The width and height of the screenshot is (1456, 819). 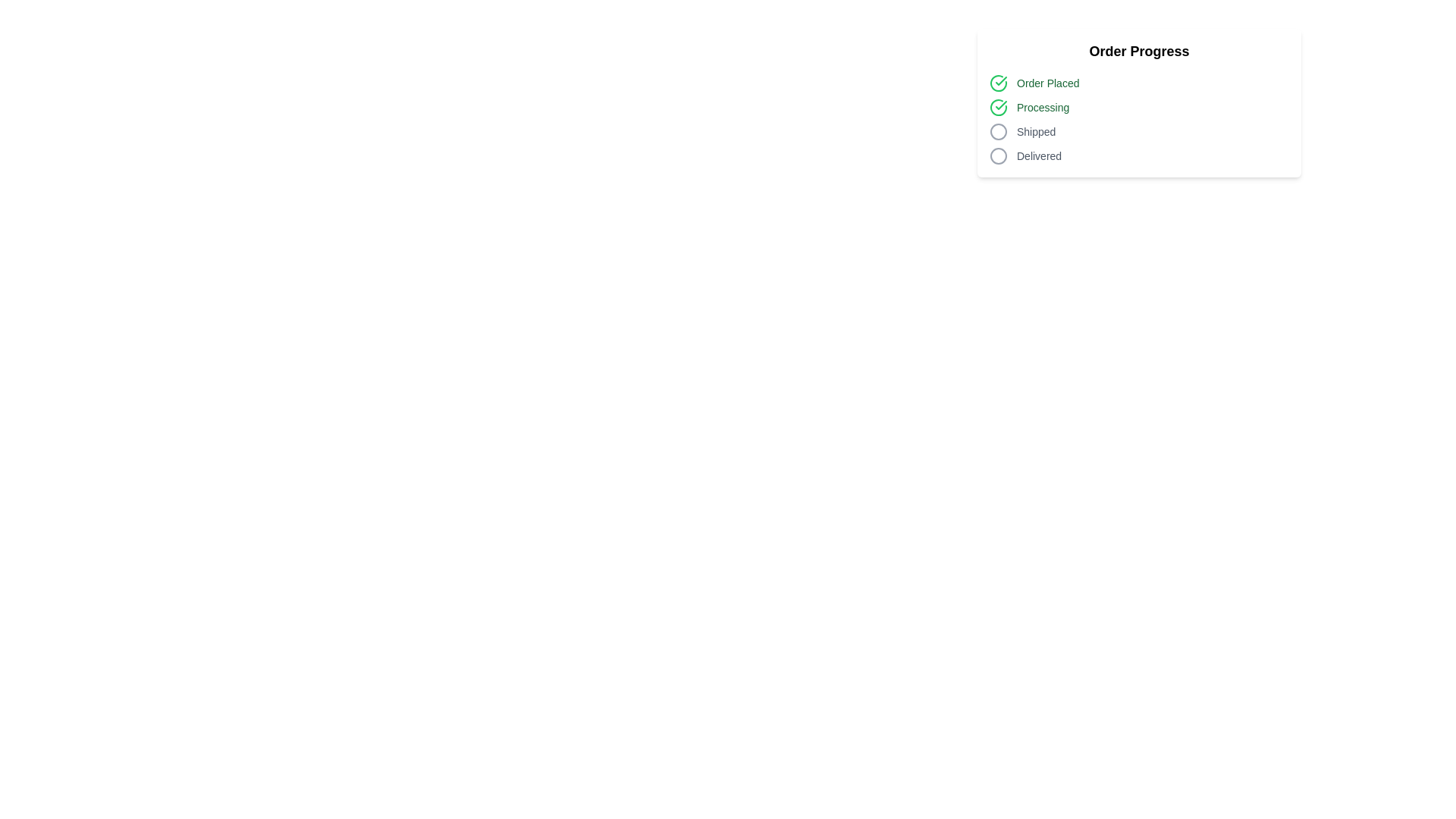 What do you see at coordinates (998, 130) in the screenshot?
I see `the circular outline icon with a gray color located to the left of the text 'Shipped' in the 'Order Progress' section` at bounding box center [998, 130].